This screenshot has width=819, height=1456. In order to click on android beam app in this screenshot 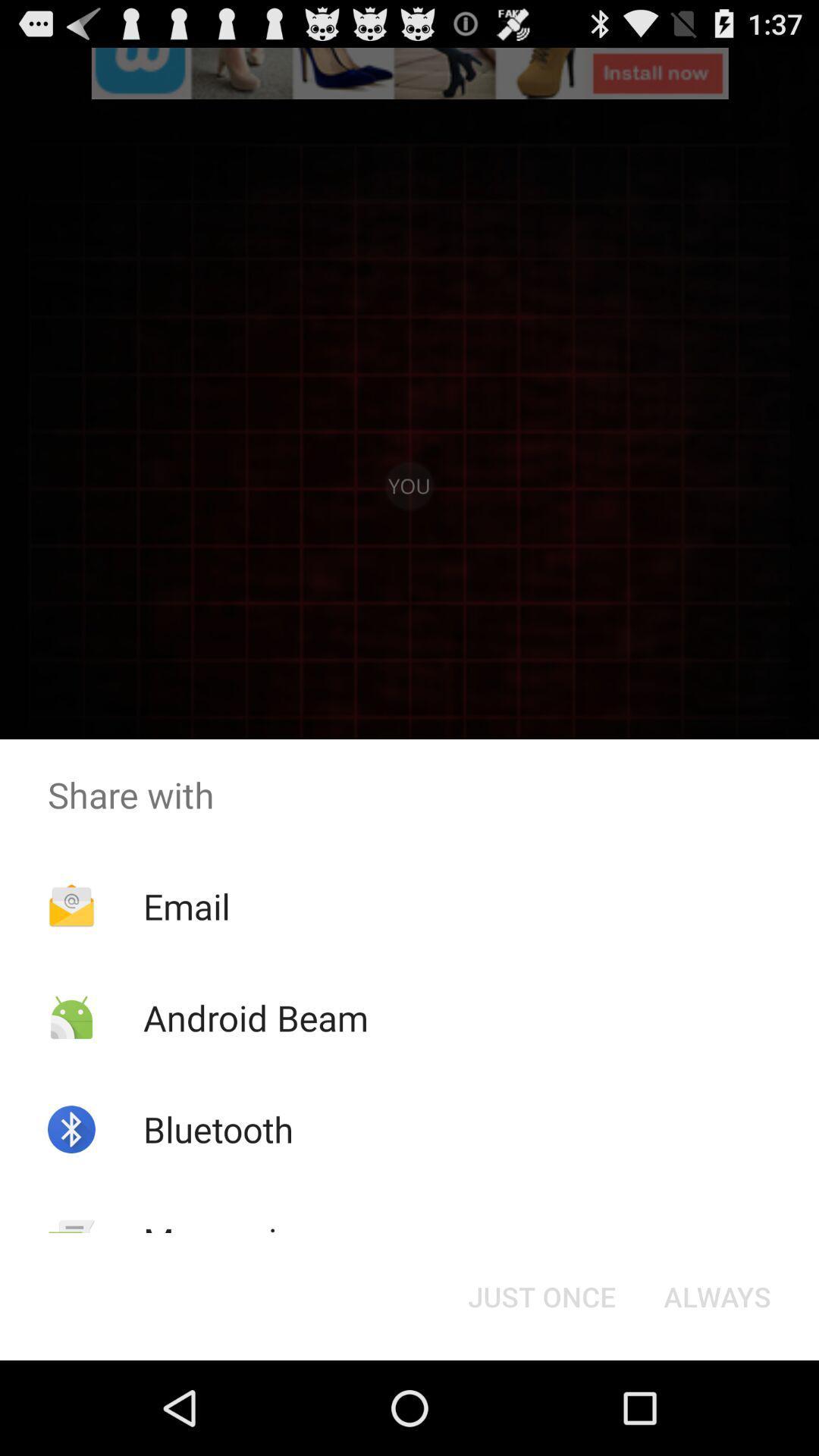, I will do `click(255, 1018)`.